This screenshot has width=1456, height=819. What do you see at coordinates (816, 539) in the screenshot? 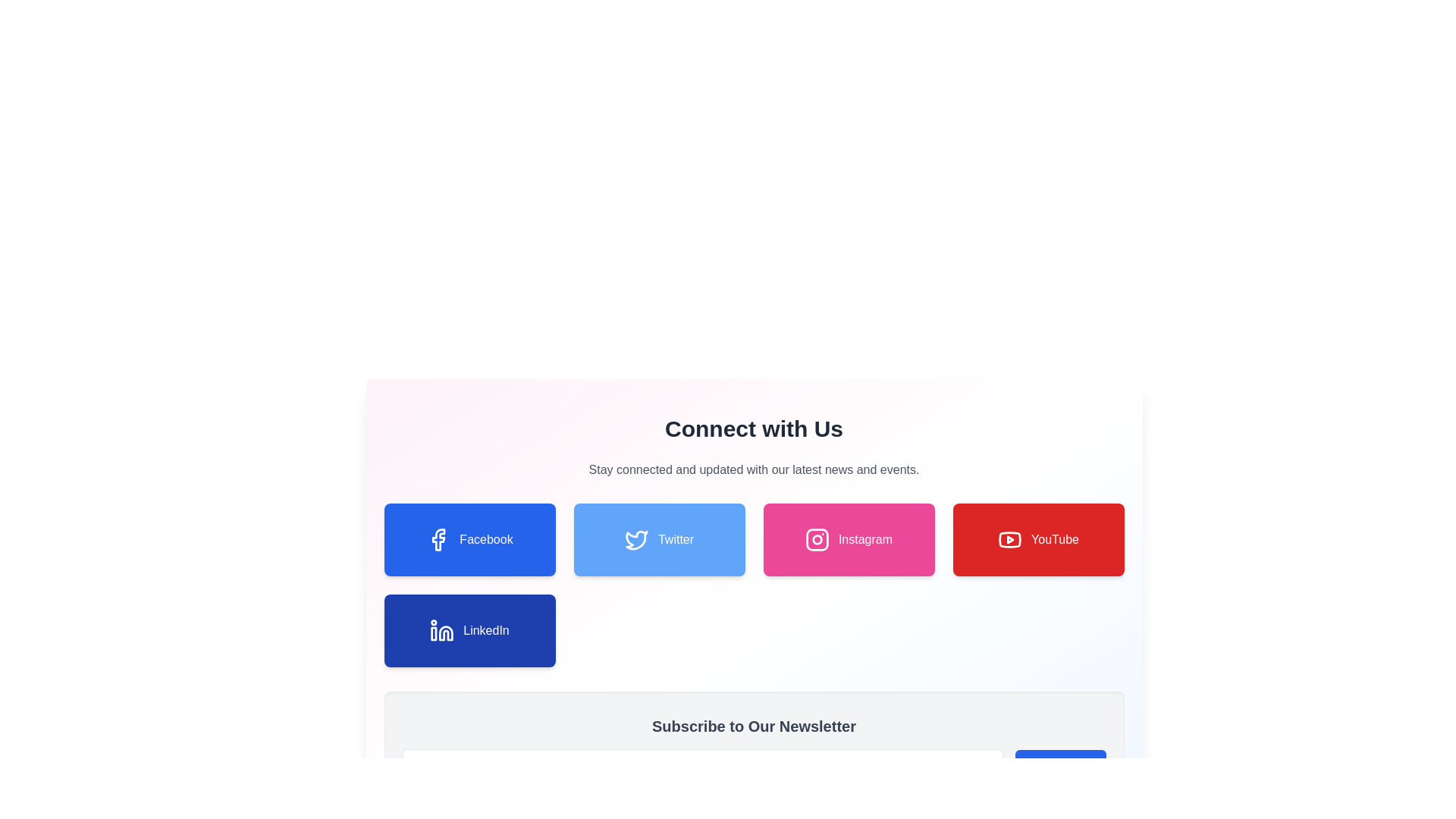
I see `the Instagram SVG icon located third from the left in the row of social media buttons` at bounding box center [816, 539].